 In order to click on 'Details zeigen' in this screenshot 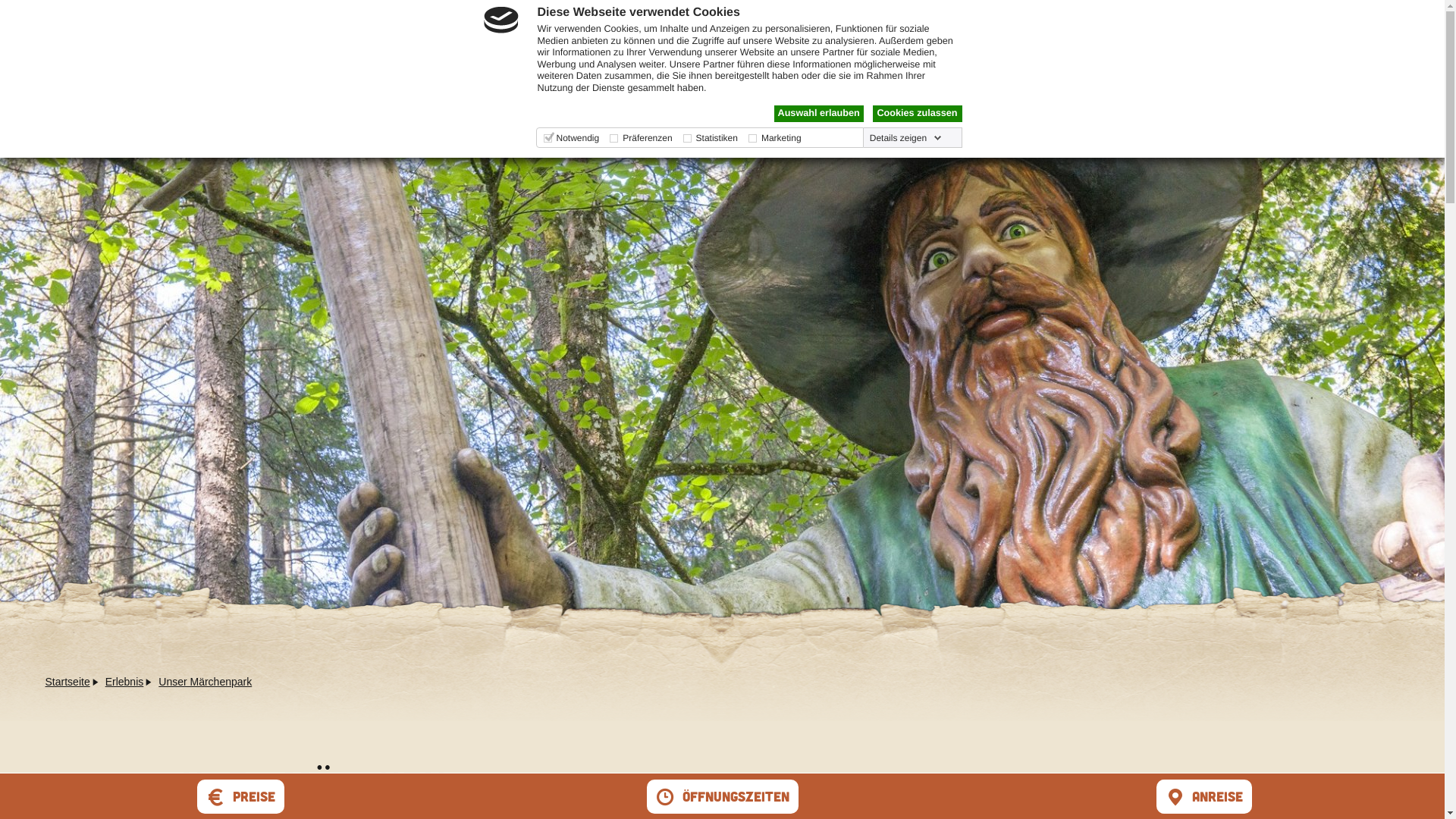, I will do `click(905, 137)`.